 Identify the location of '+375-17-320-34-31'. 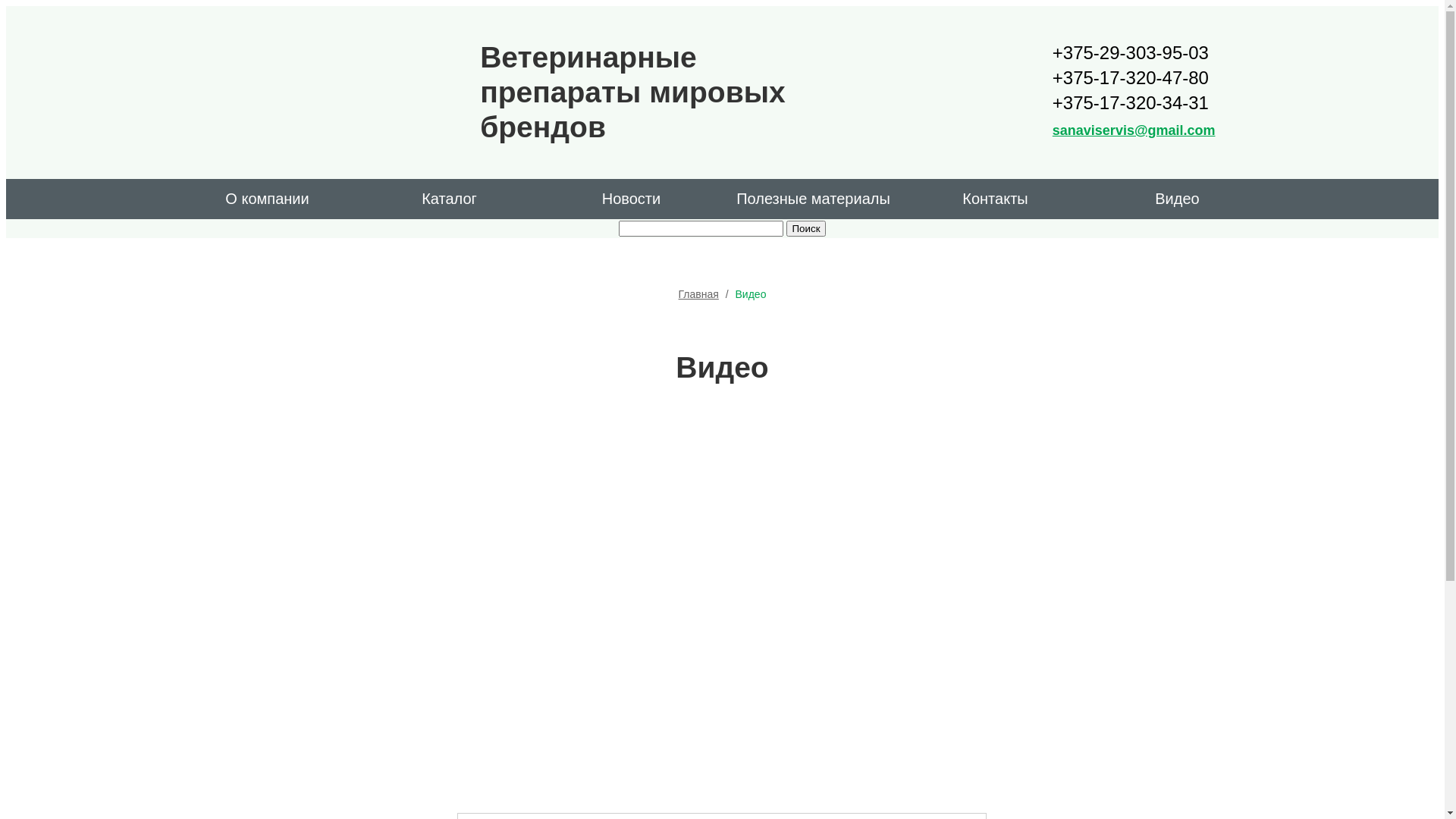
(1134, 102).